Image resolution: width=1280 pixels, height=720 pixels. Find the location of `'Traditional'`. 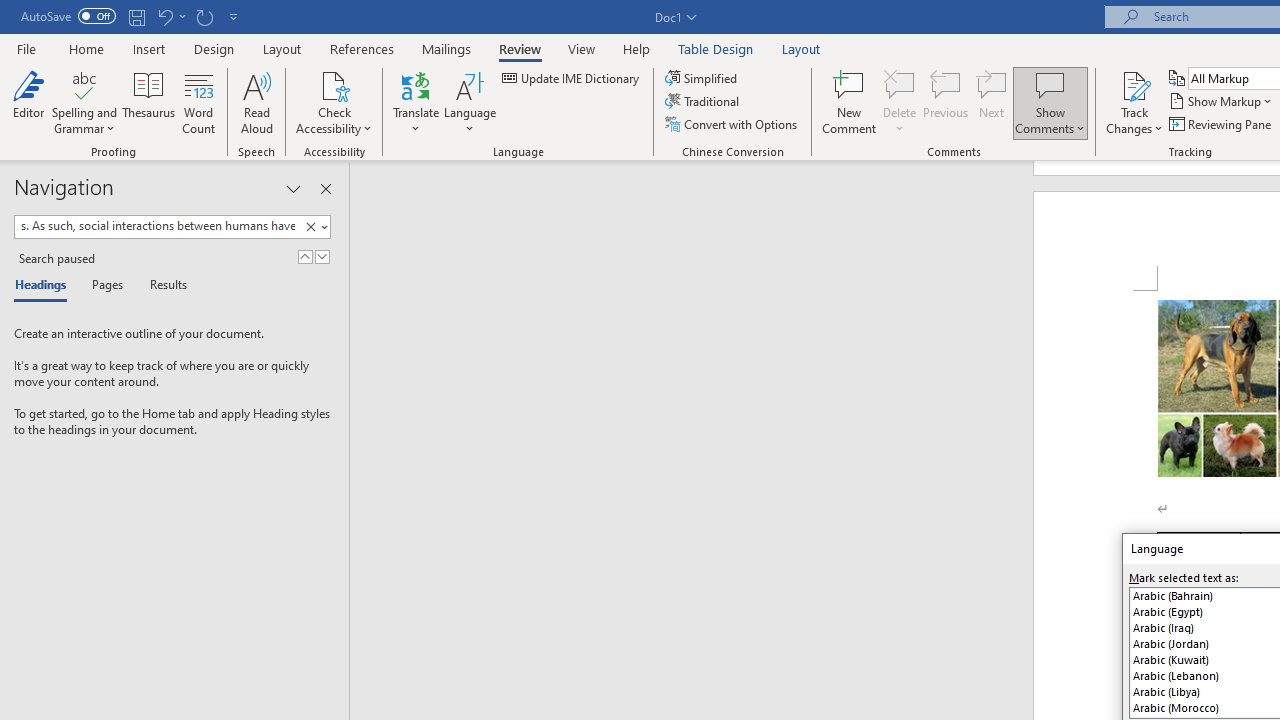

'Traditional' is located at coordinates (704, 101).